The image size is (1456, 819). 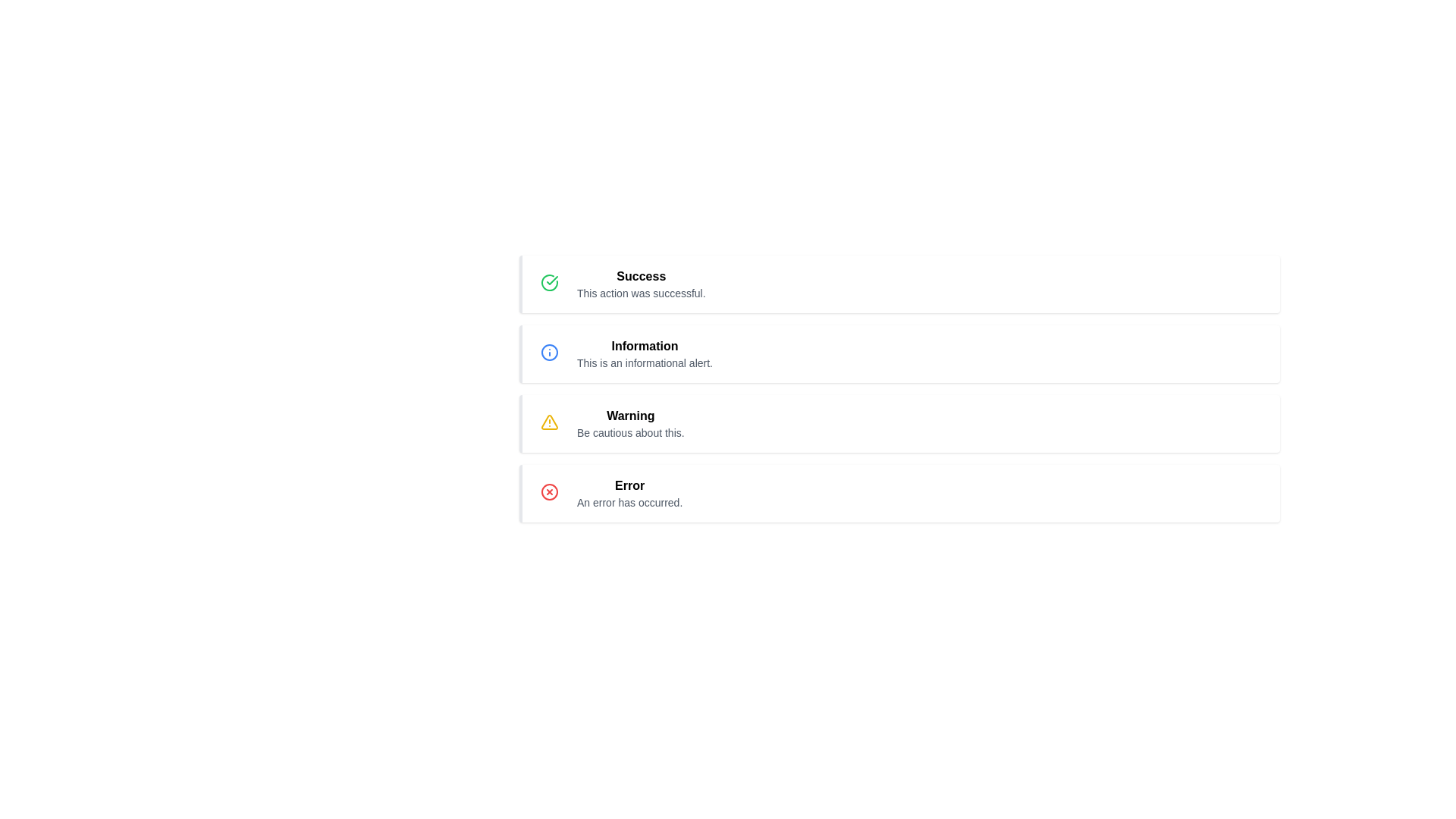 What do you see at coordinates (641, 277) in the screenshot?
I see `the 'Success' title text label located at the top of the notification card` at bounding box center [641, 277].